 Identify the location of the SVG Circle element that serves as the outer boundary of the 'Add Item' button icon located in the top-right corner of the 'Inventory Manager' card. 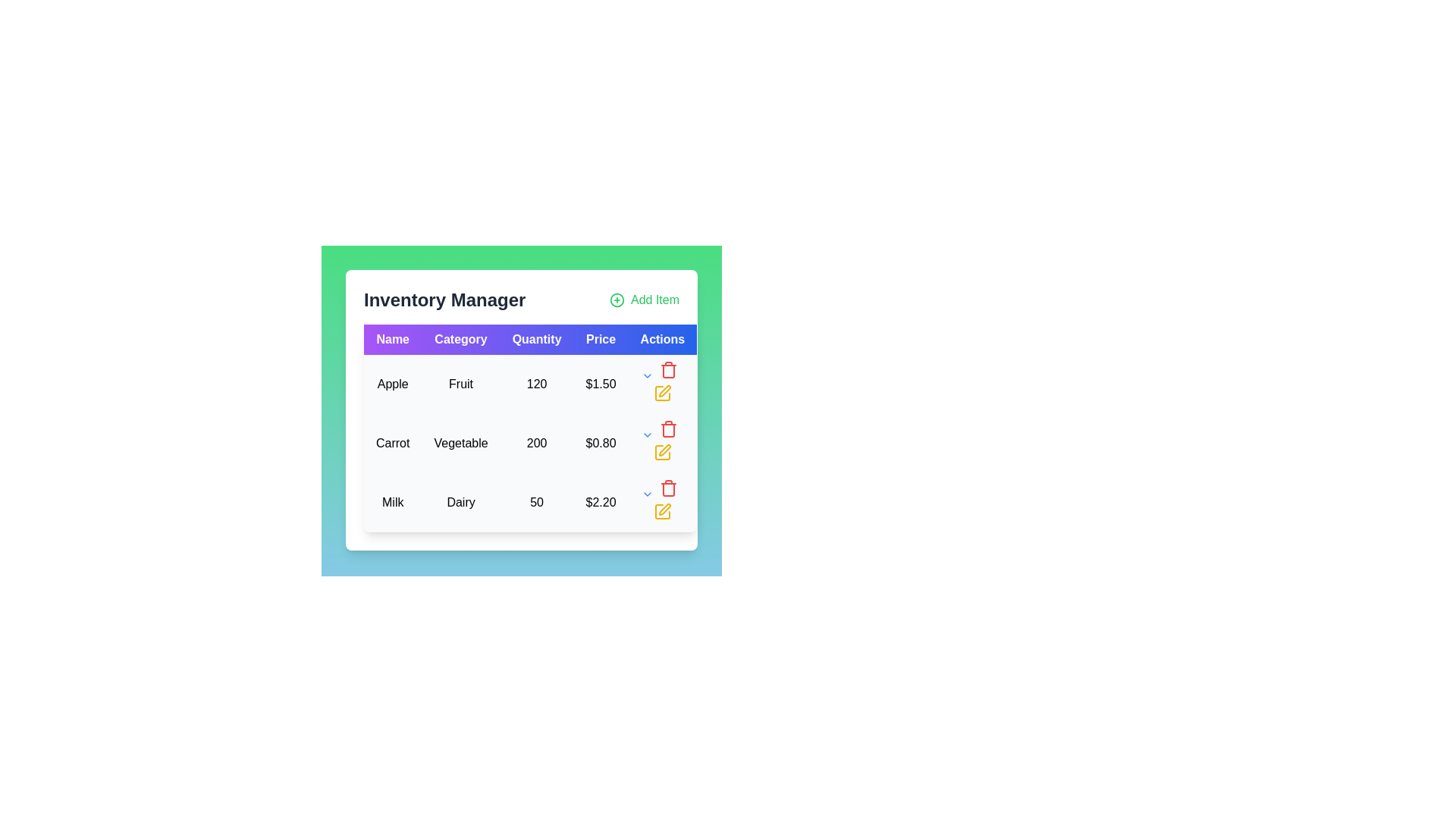
(617, 300).